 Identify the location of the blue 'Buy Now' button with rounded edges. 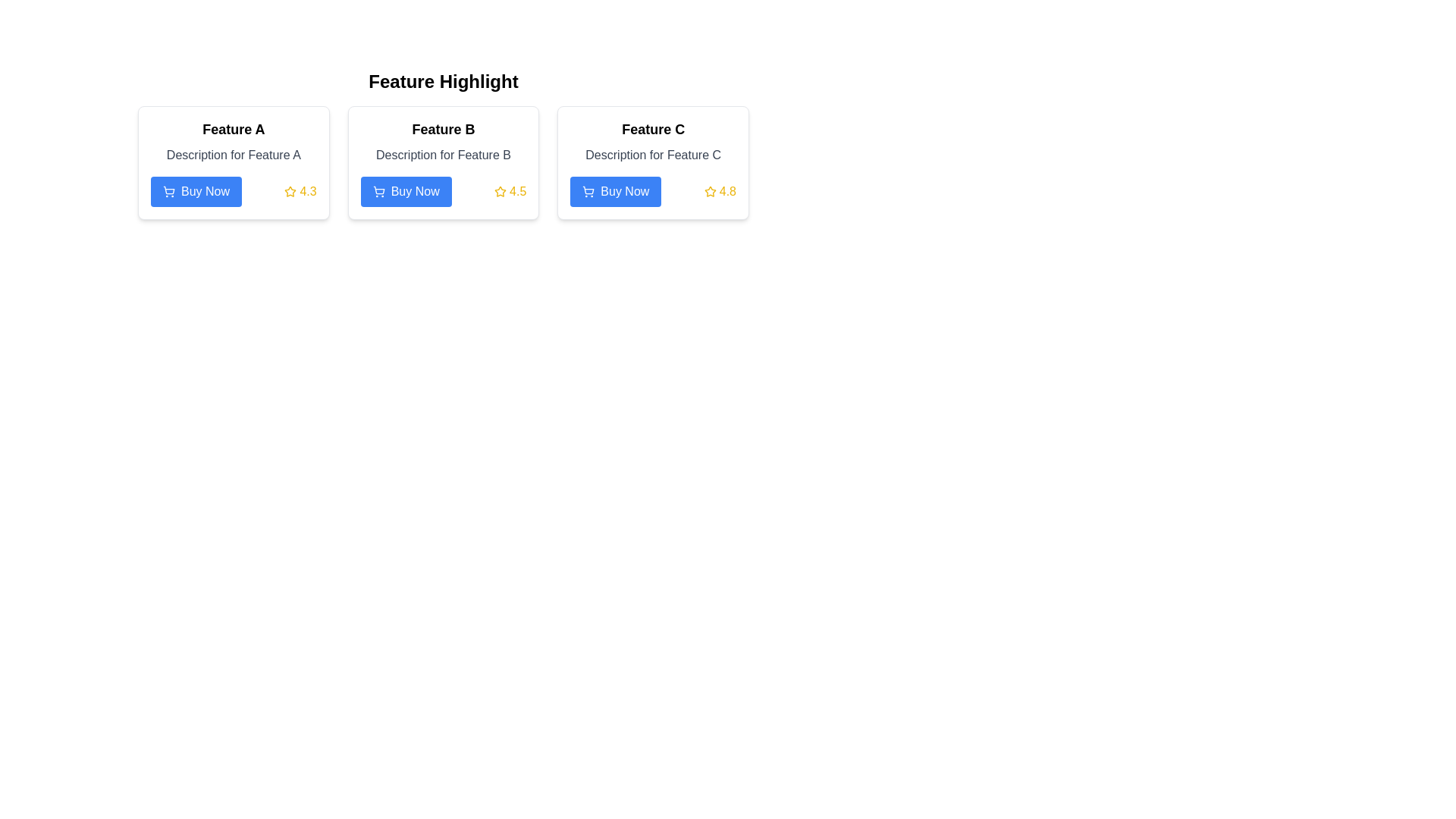
(616, 191).